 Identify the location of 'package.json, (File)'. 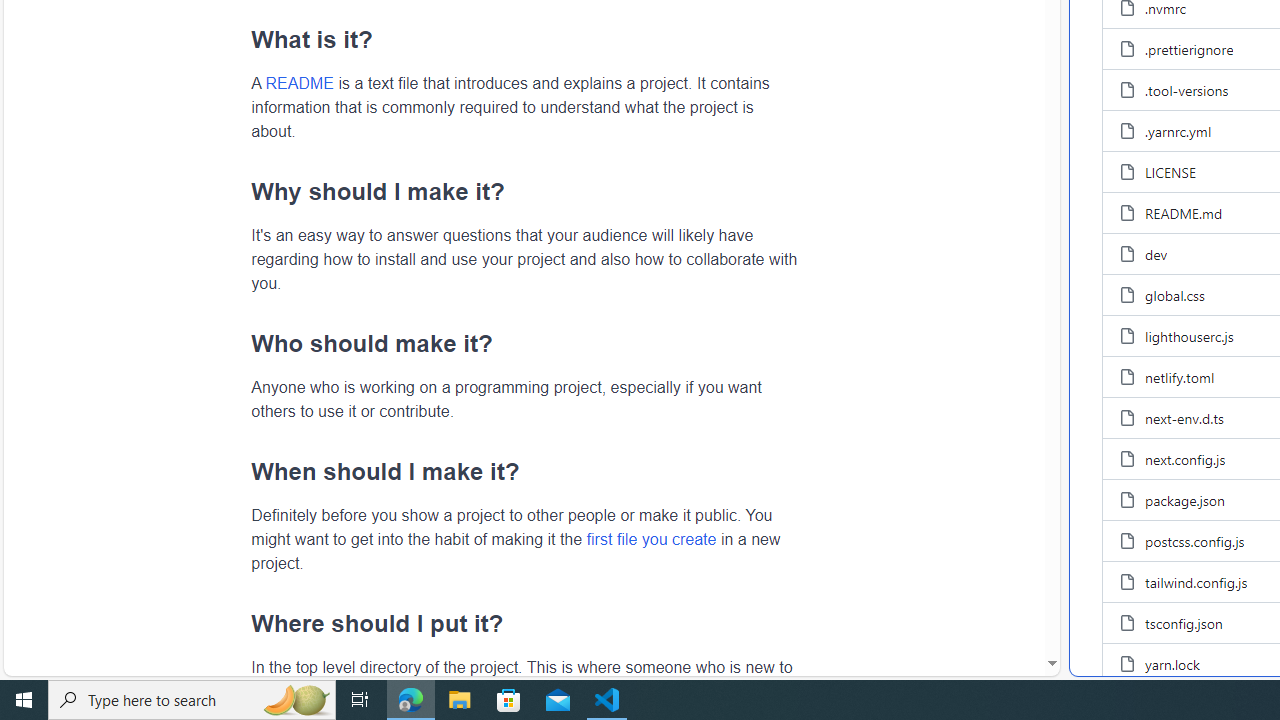
(1185, 499).